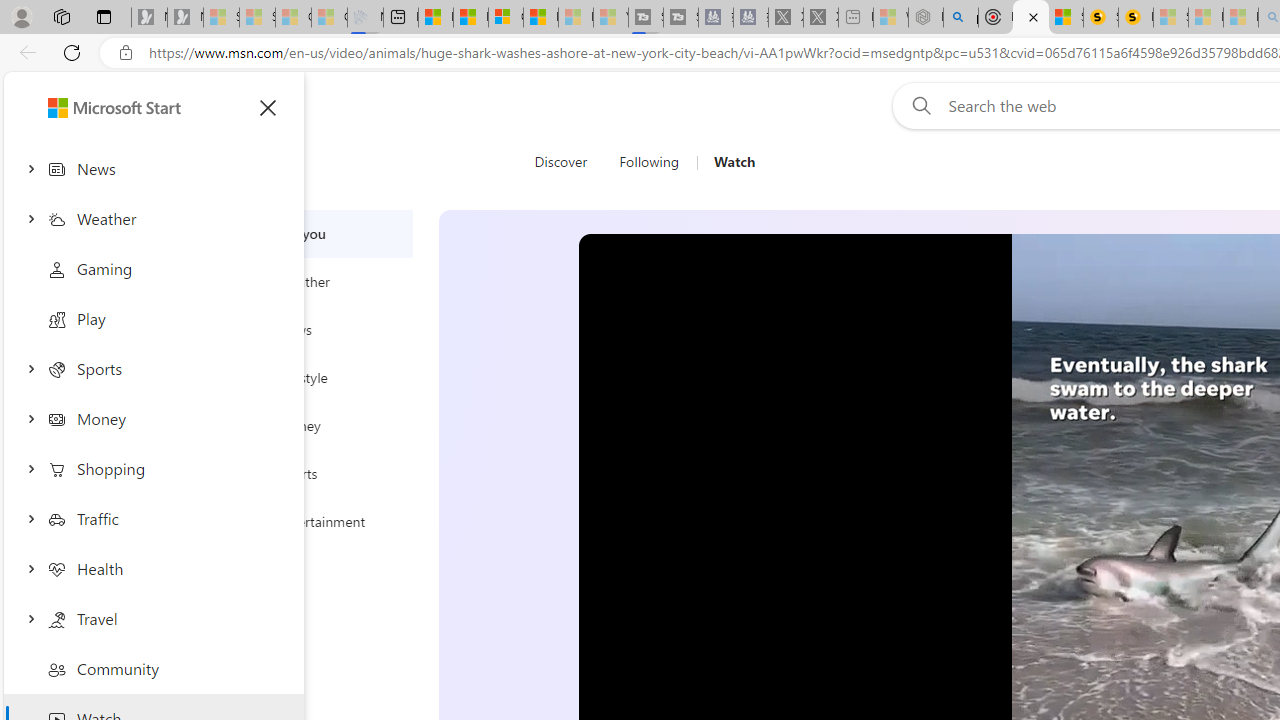  I want to click on 'Watch', so click(733, 162).